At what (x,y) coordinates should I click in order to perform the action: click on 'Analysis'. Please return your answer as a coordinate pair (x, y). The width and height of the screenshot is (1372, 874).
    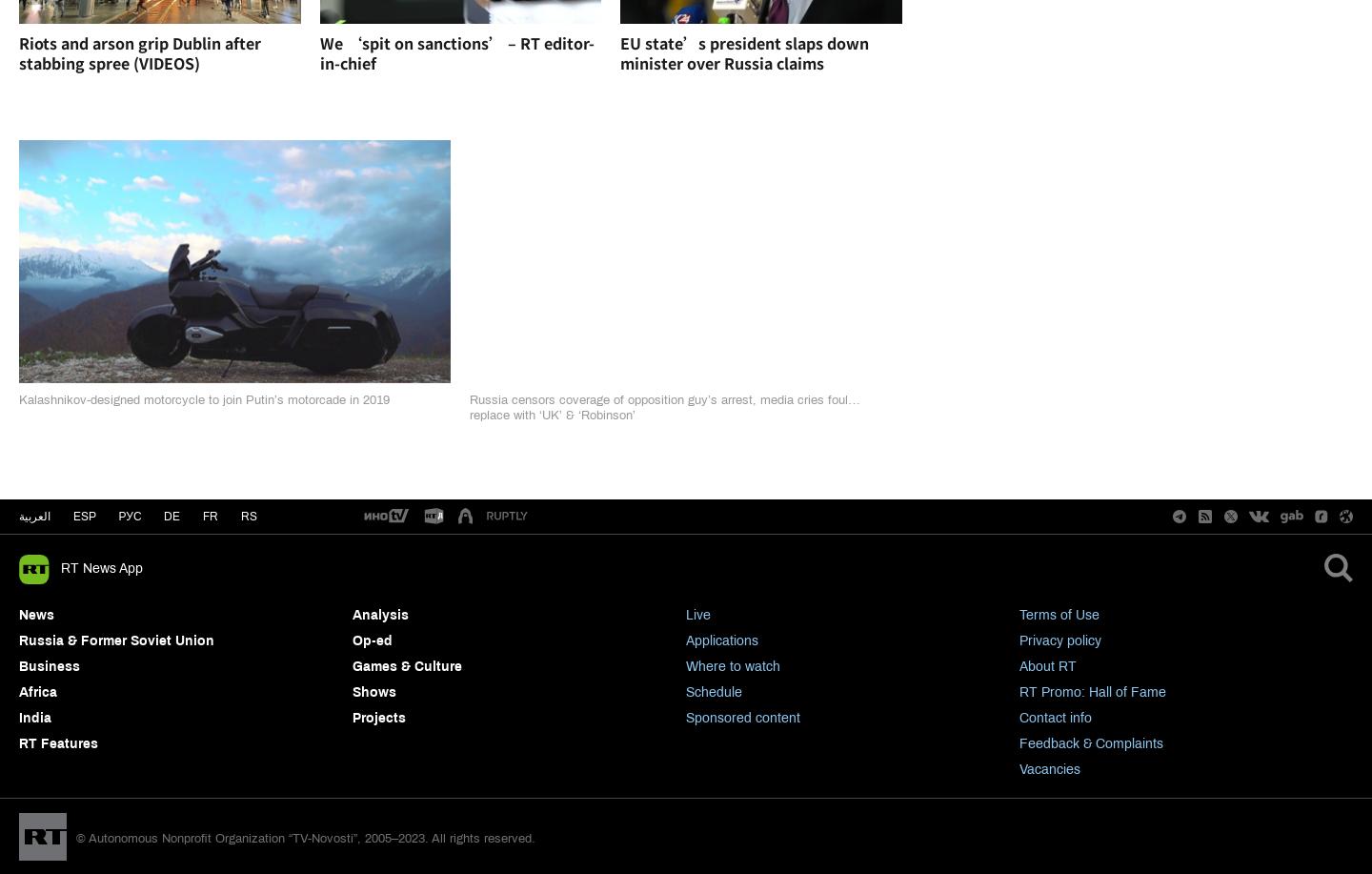
    Looking at the image, I should click on (379, 614).